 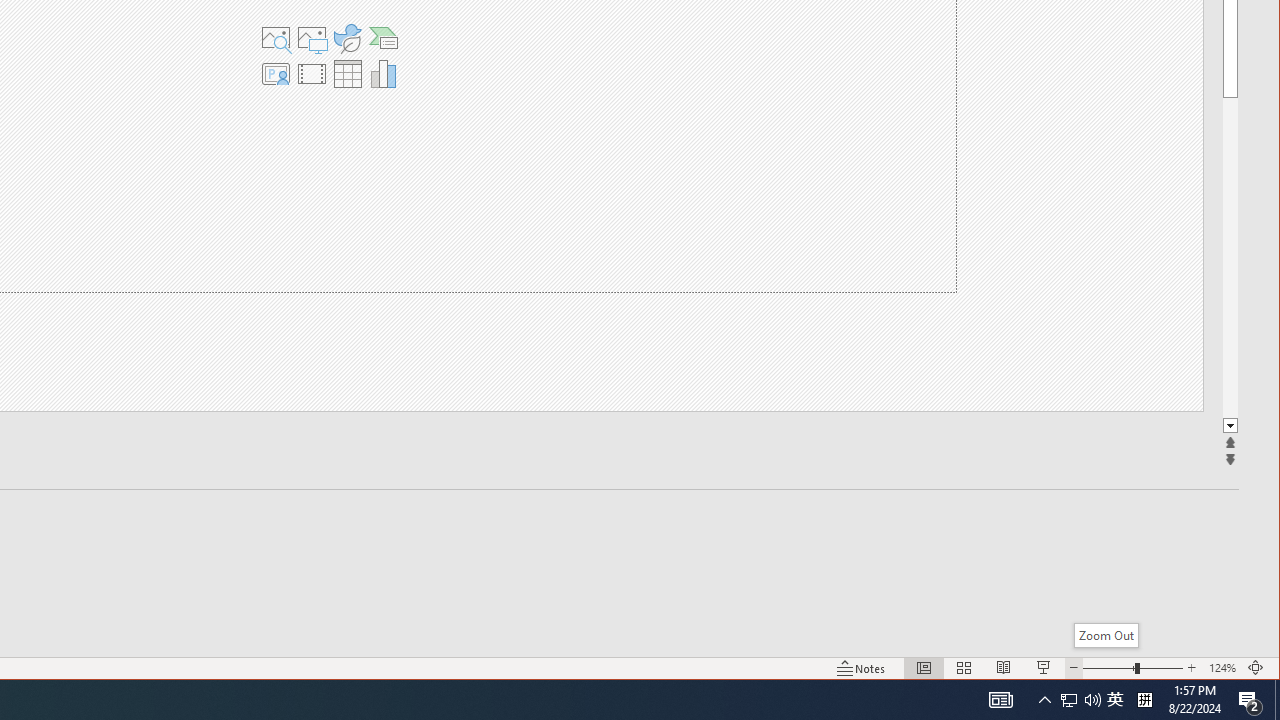 What do you see at coordinates (384, 73) in the screenshot?
I see `'Insert Chart'` at bounding box center [384, 73].